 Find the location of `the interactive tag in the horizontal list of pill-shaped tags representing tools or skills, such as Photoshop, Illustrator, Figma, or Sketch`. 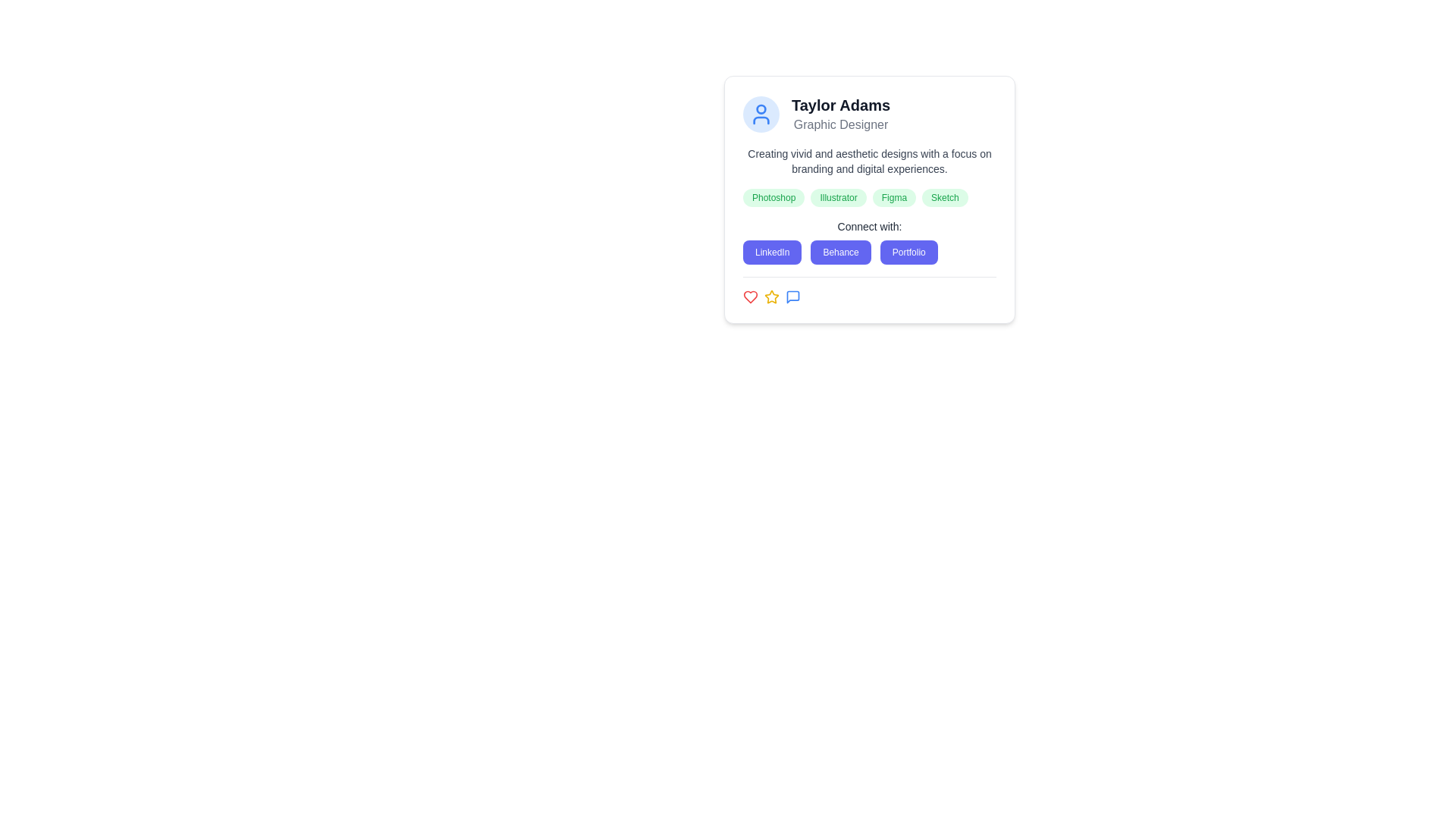

the interactive tag in the horizontal list of pill-shaped tags representing tools or skills, such as Photoshop, Illustrator, Figma, or Sketch is located at coordinates (870, 197).